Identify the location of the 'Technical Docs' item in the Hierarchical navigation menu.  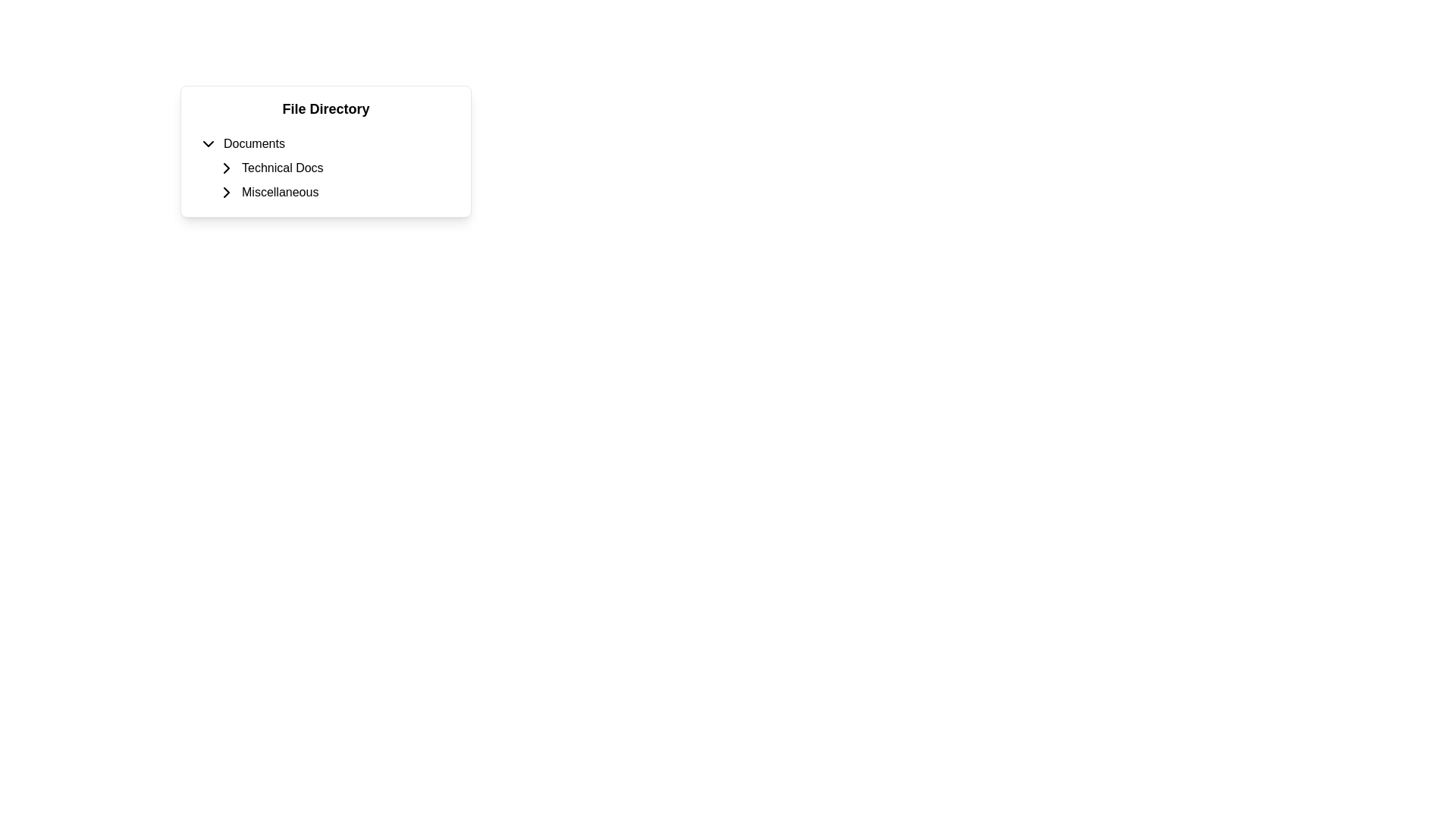
(325, 168).